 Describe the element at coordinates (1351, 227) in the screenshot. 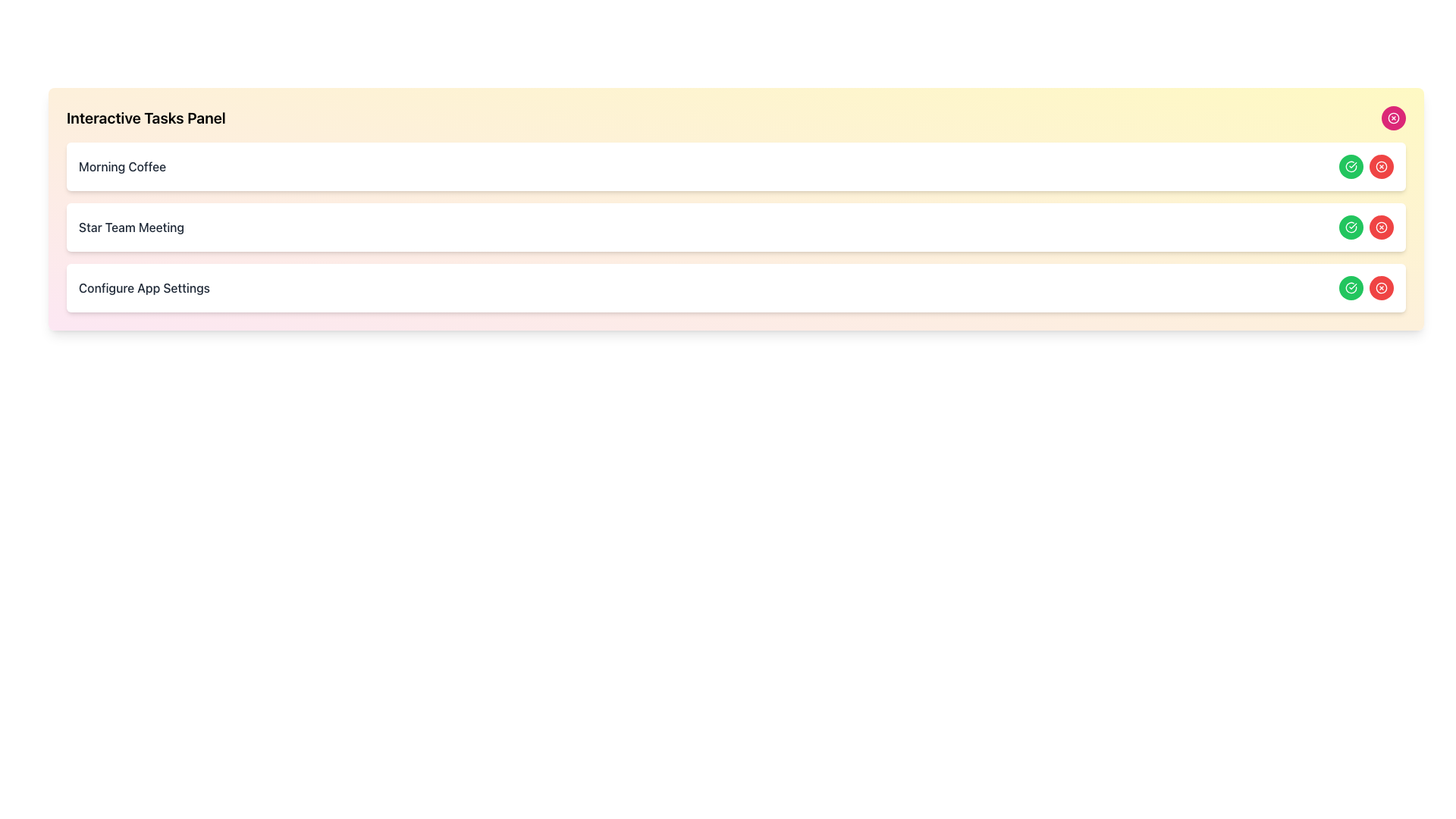

I see `the confirmation button located in the last item's action panel, which is the first button from the right` at that location.